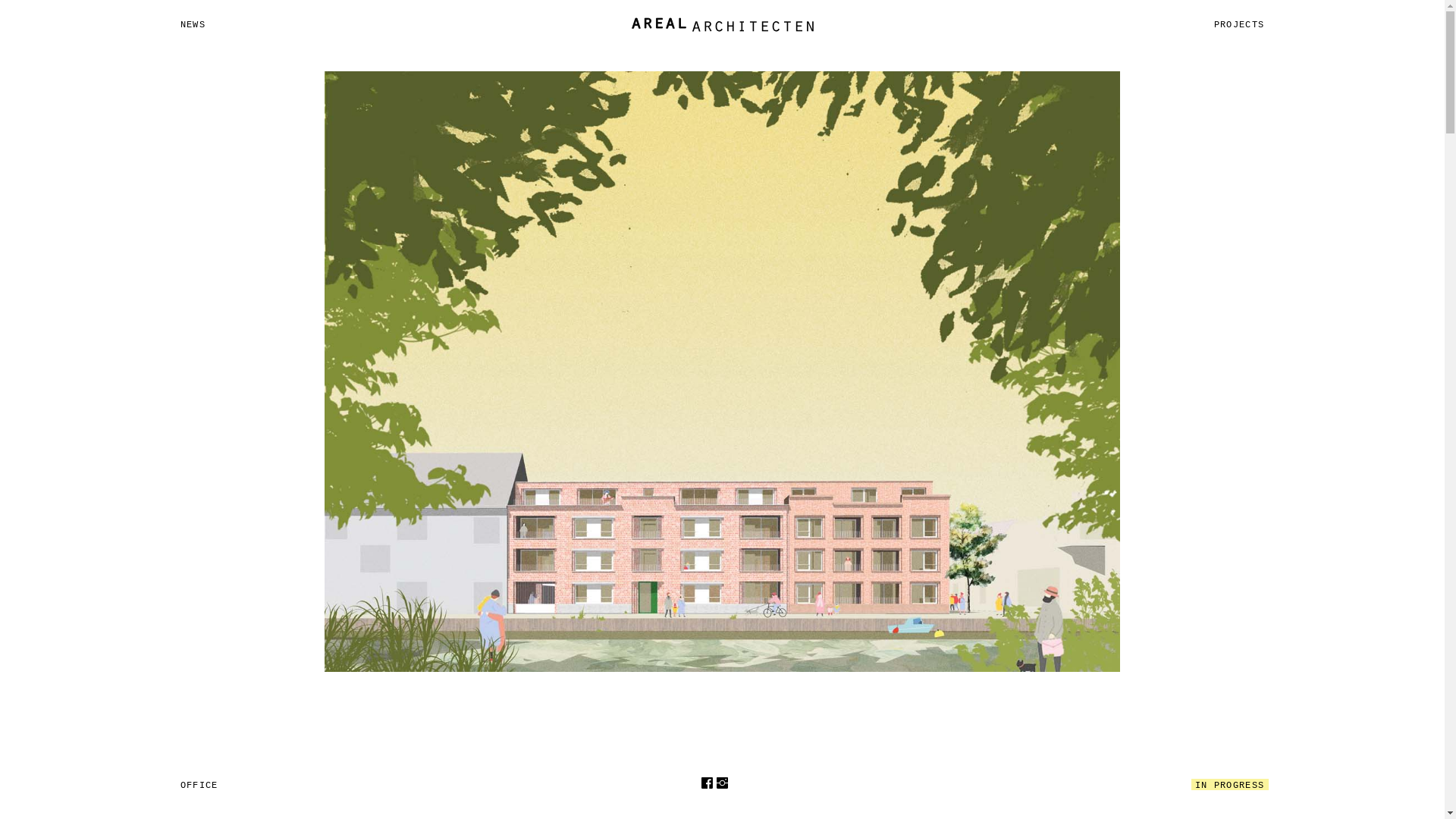 The image size is (1456, 819). What do you see at coordinates (1230, 784) in the screenshot?
I see `'IN PROGRESS'` at bounding box center [1230, 784].